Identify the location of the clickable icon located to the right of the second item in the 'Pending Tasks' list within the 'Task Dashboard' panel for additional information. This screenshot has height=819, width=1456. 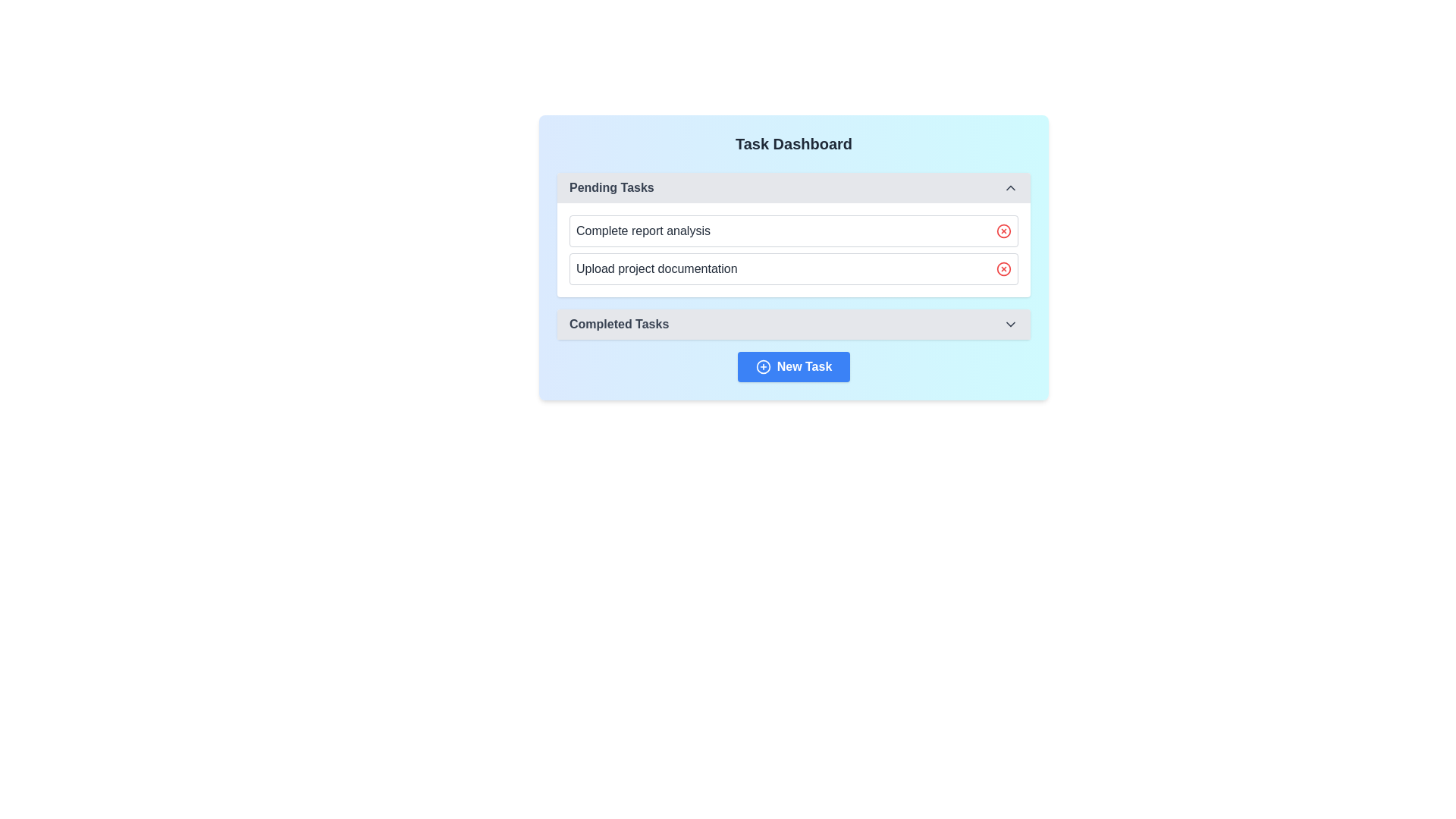
(1004, 268).